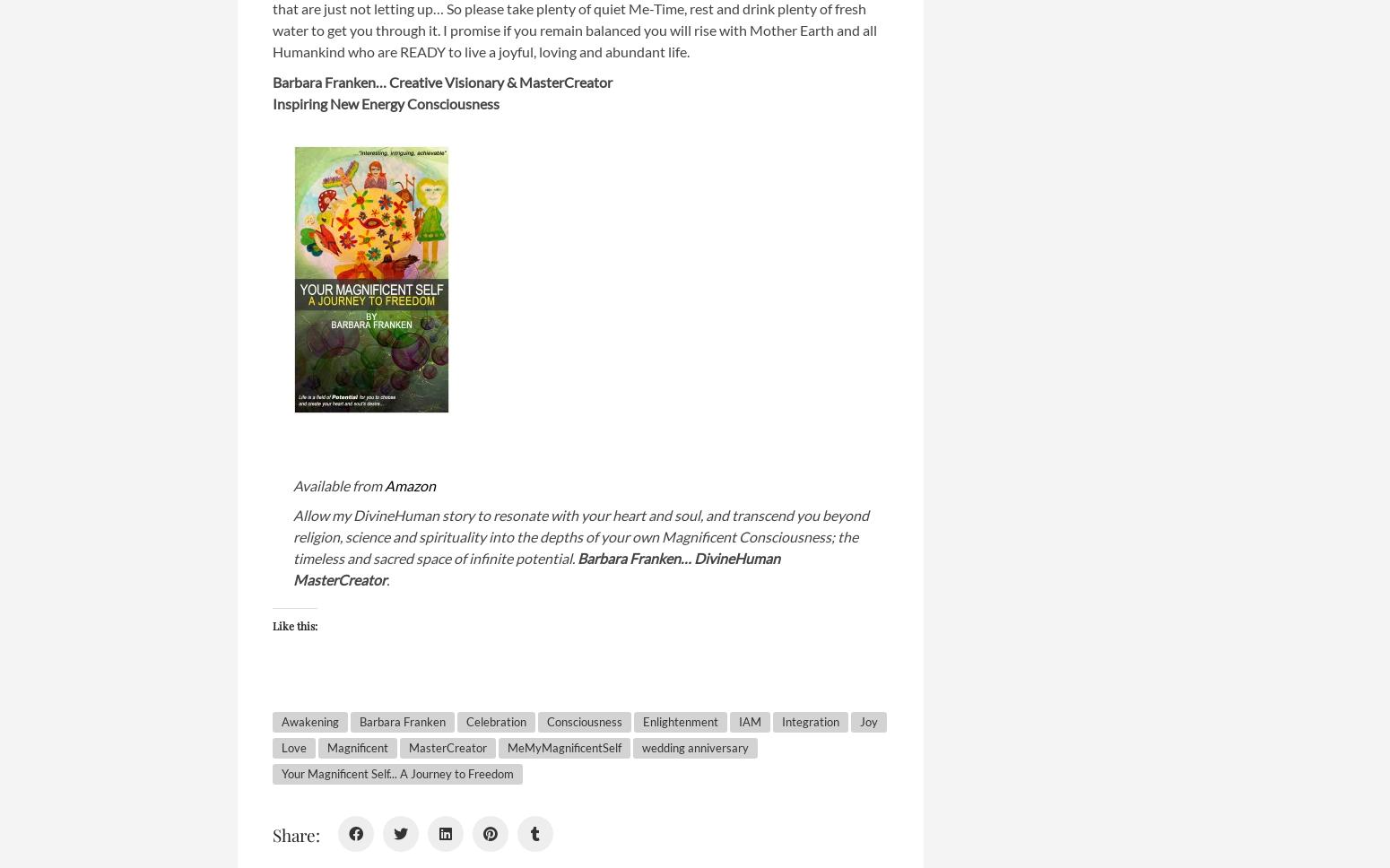 The width and height of the screenshot is (1390, 868). Describe the element at coordinates (868, 720) in the screenshot. I see `'Joy'` at that location.